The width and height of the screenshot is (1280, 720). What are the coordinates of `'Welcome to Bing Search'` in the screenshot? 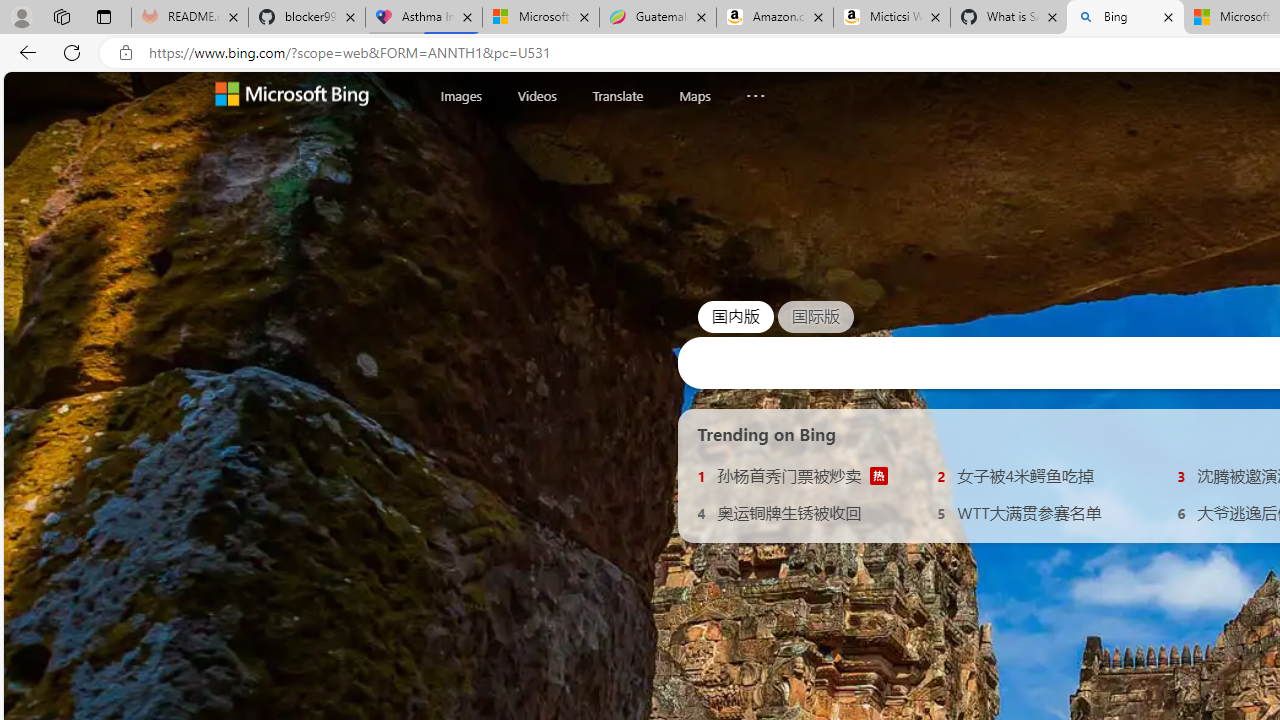 It's located at (290, 96).